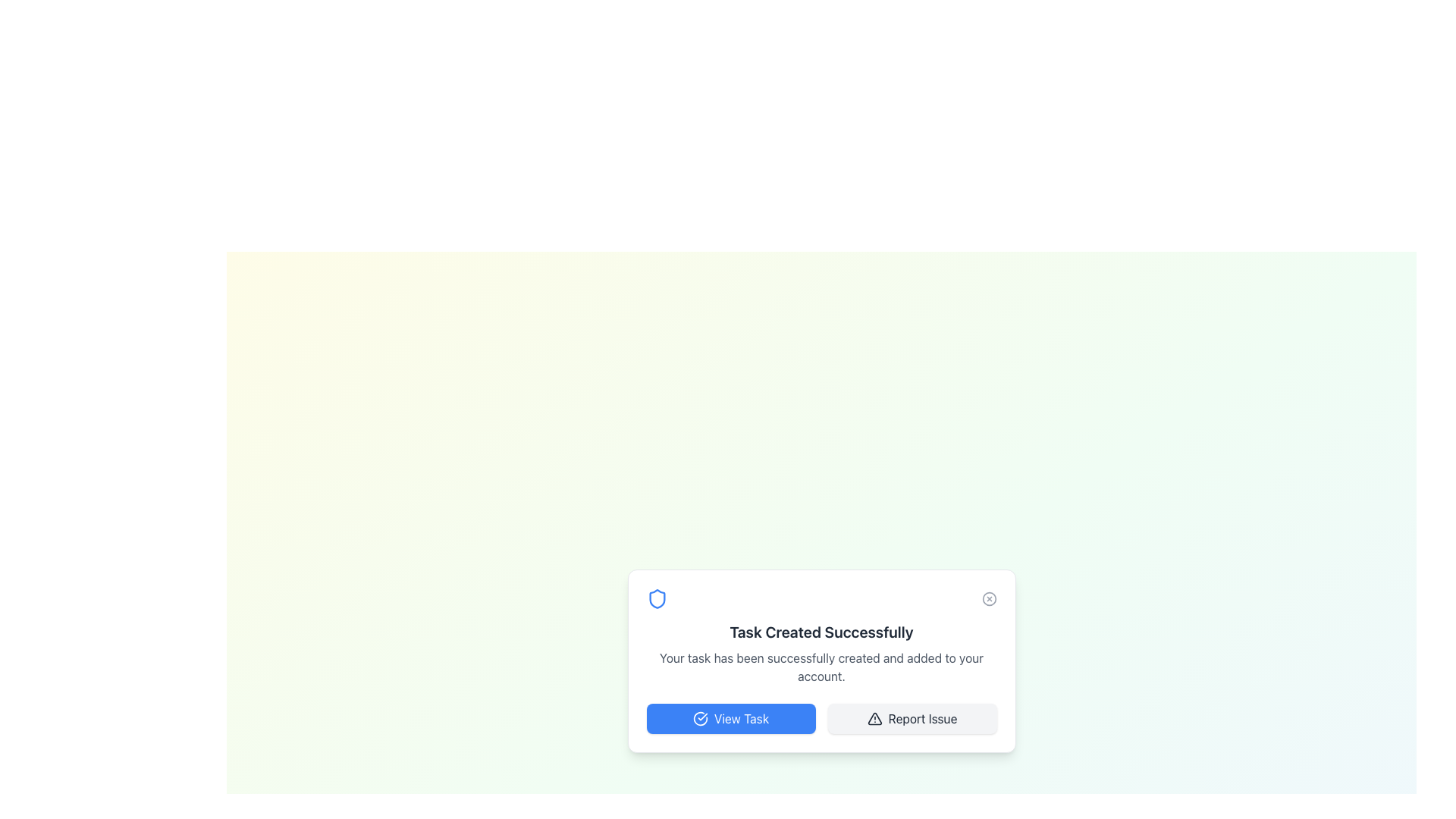  I want to click on the leftmost button in the two-button row at the bottom of the card interface, so click(731, 718).